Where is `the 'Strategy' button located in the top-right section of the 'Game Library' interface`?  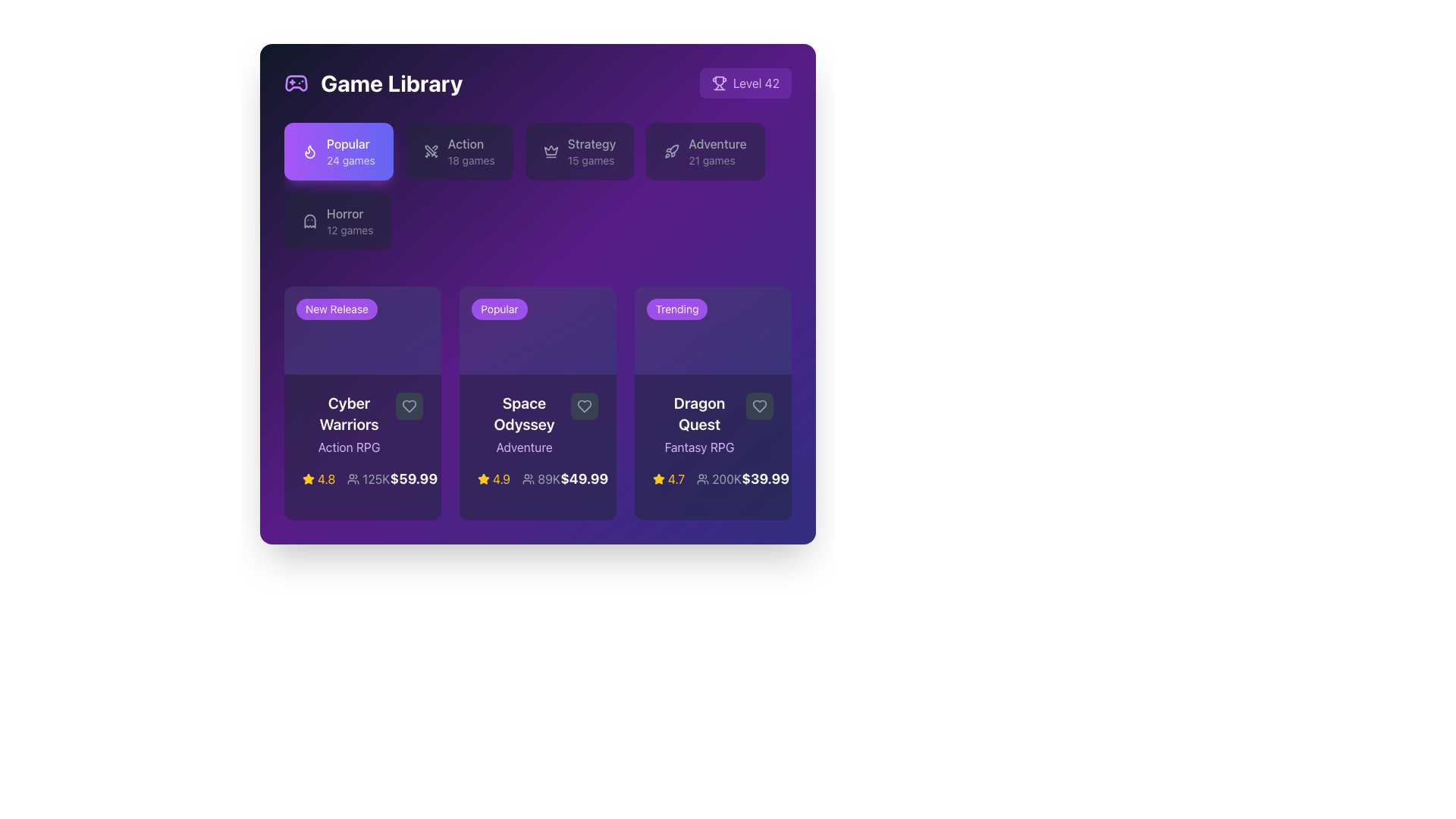
the 'Strategy' button located in the top-right section of the 'Game Library' interface is located at coordinates (579, 152).